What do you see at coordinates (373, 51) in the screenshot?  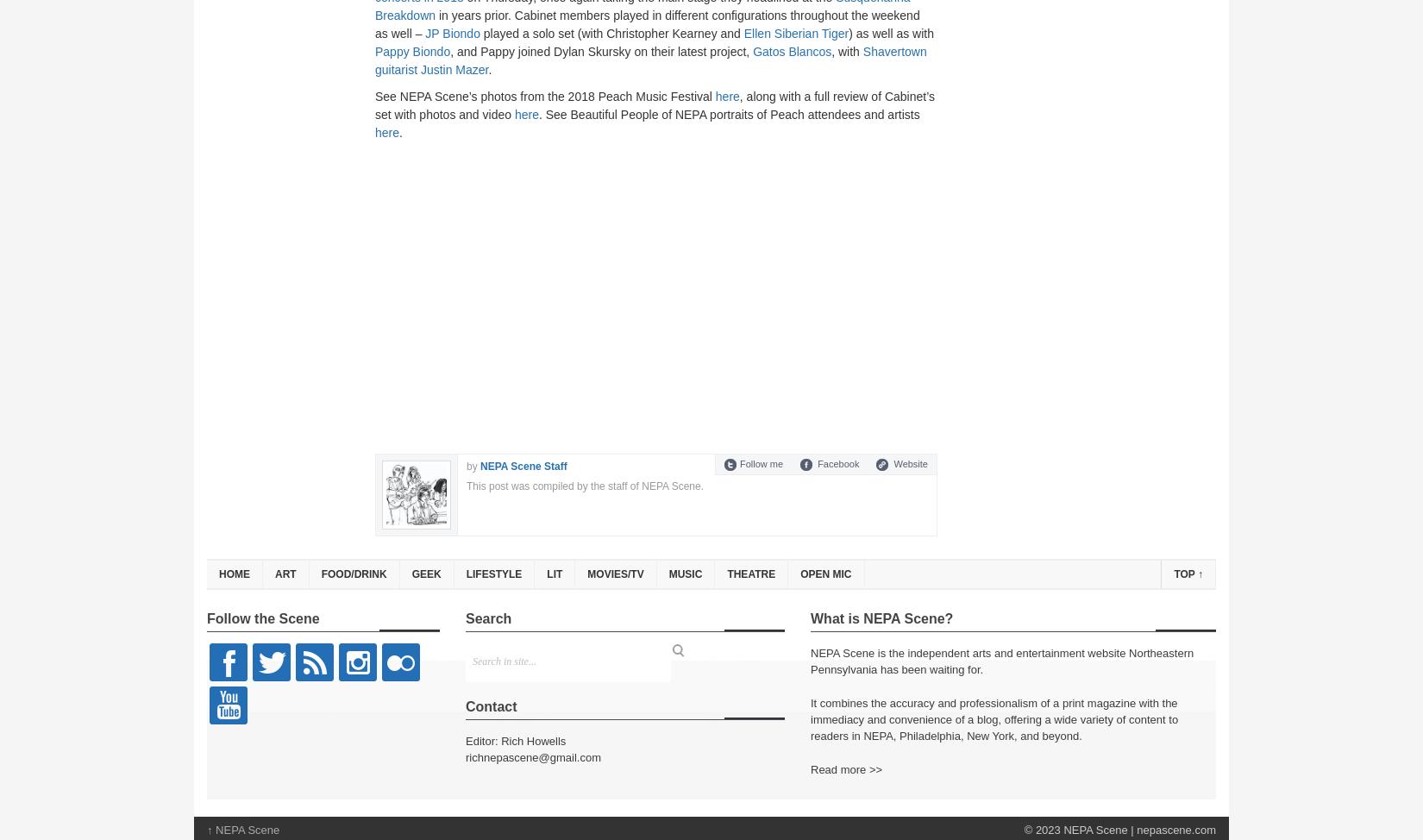 I see `'Pappy Biondo'` at bounding box center [373, 51].